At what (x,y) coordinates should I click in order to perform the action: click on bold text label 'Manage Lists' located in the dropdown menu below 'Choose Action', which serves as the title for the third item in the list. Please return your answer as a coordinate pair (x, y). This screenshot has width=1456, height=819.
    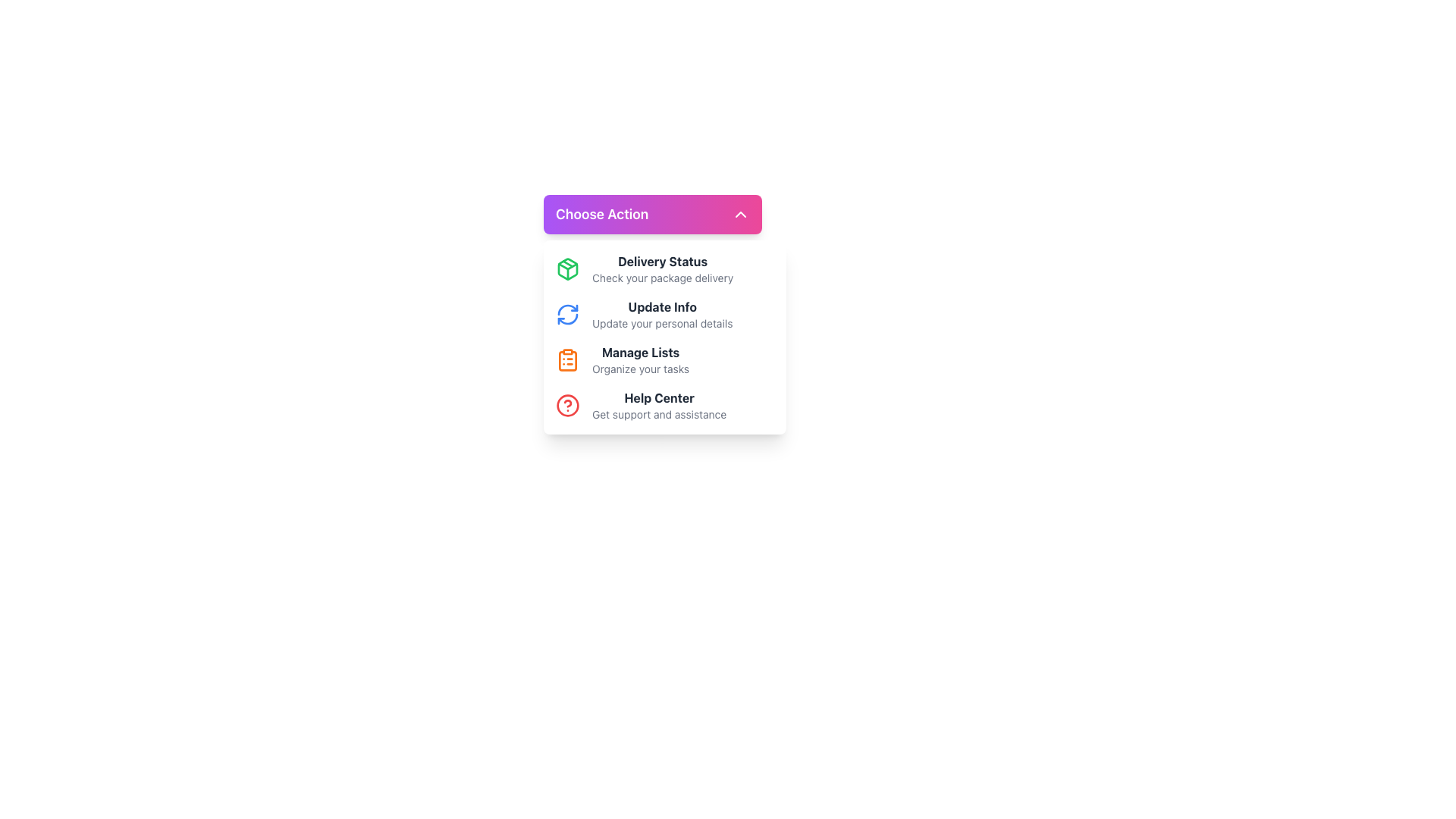
    Looking at the image, I should click on (640, 353).